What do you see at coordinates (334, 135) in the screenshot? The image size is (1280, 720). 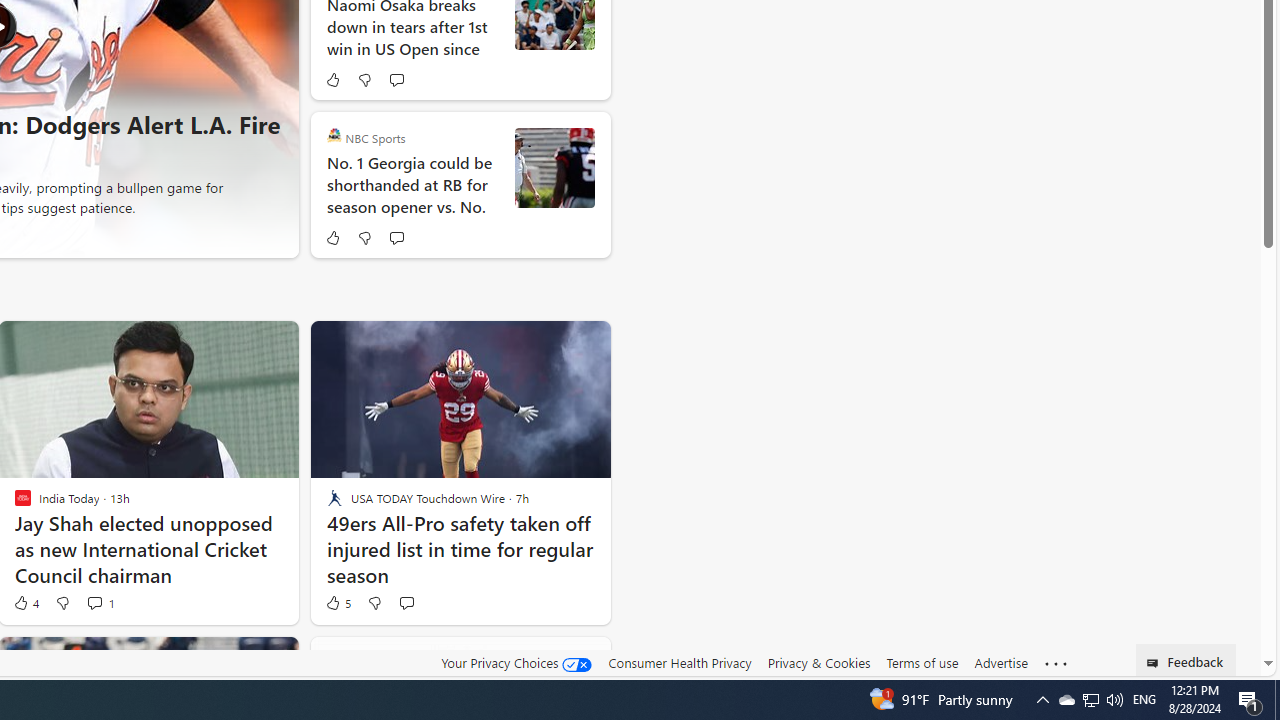 I see `'NBC Sports'` at bounding box center [334, 135].